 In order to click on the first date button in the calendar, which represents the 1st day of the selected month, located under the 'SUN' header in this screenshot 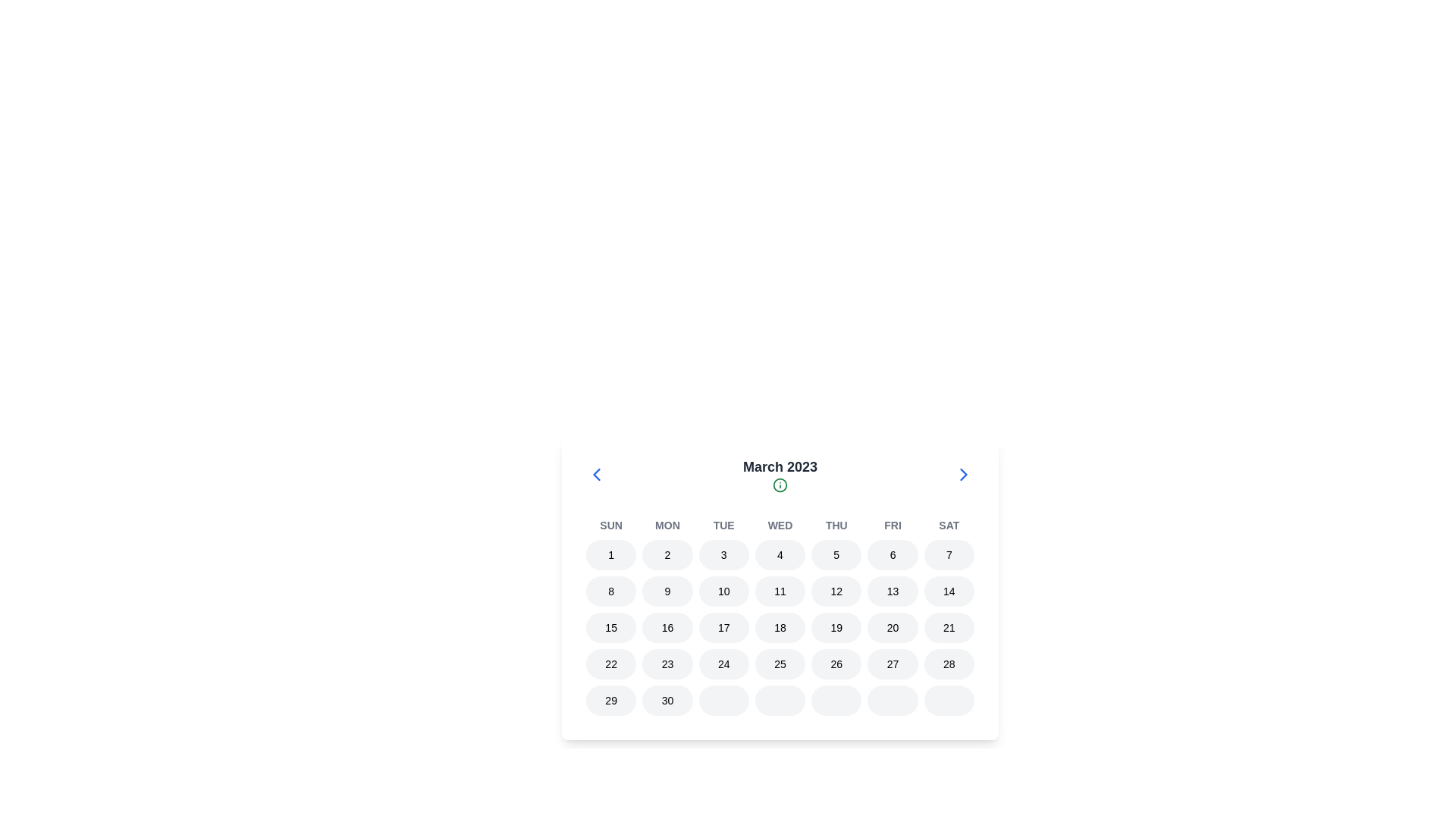, I will do `click(611, 555)`.